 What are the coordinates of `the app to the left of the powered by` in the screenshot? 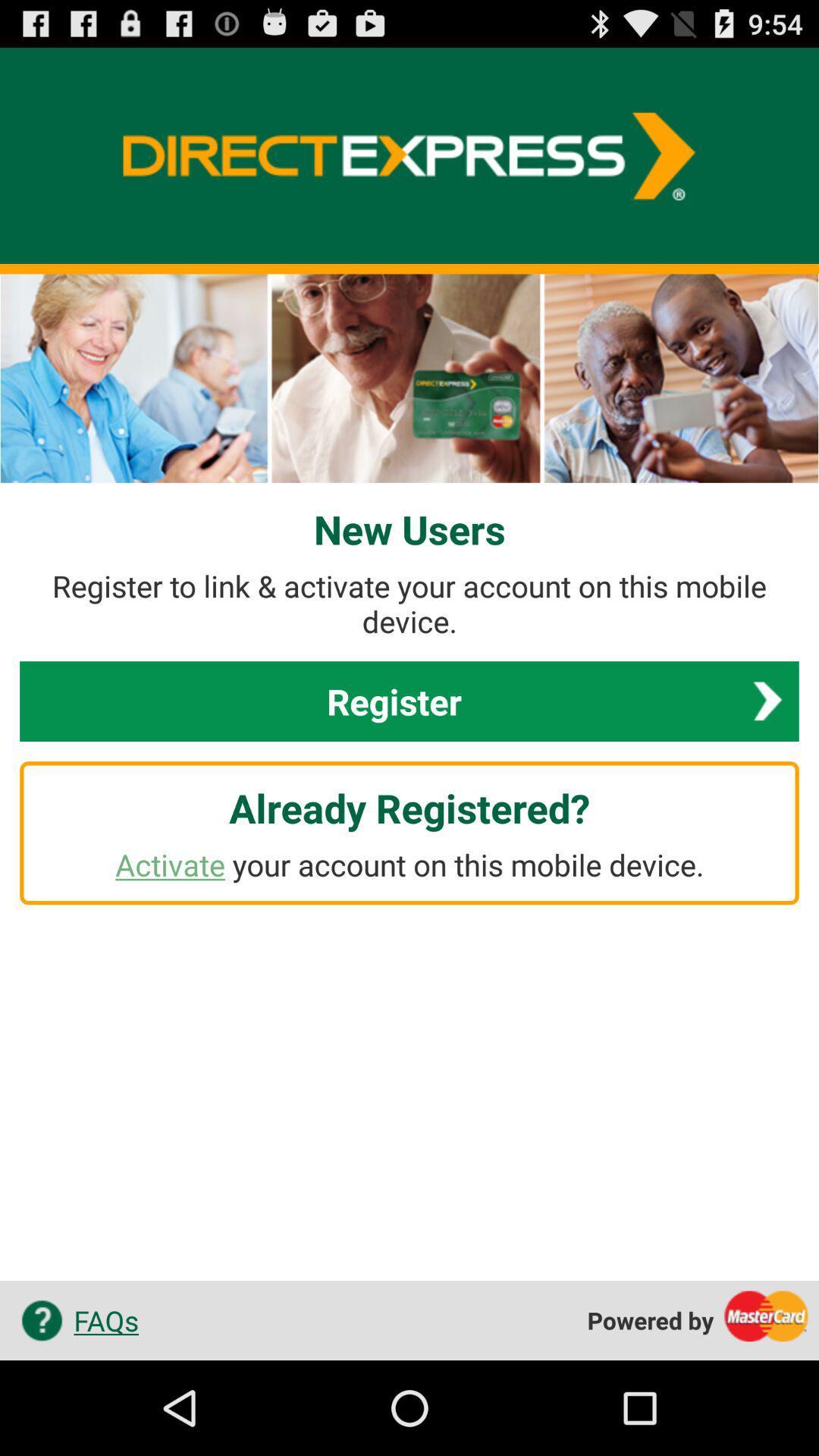 It's located at (74, 1319).